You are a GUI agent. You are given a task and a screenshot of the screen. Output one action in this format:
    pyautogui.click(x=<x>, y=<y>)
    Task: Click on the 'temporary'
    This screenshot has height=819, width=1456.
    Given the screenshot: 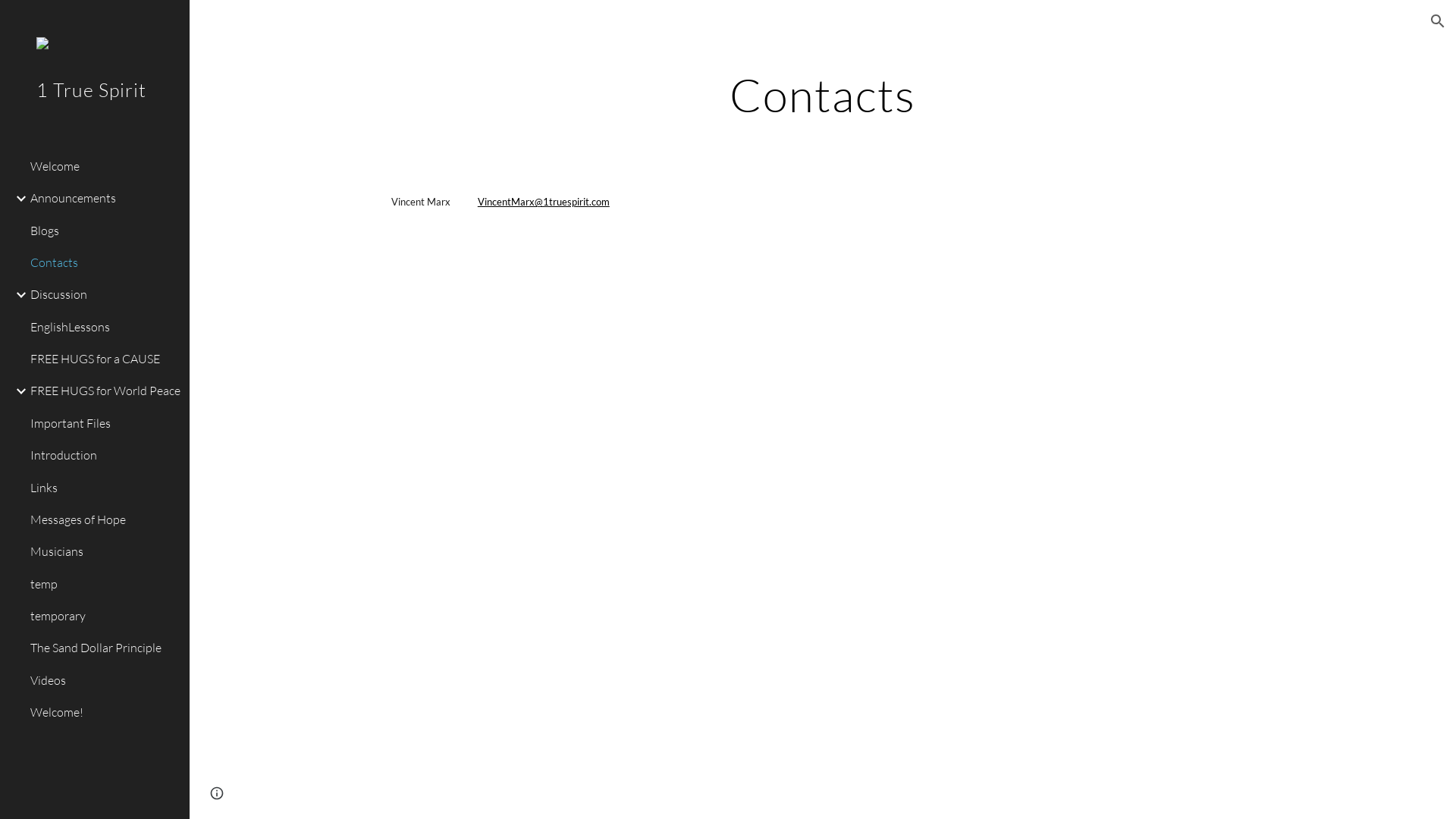 What is the action you would take?
    pyautogui.click(x=103, y=616)
    